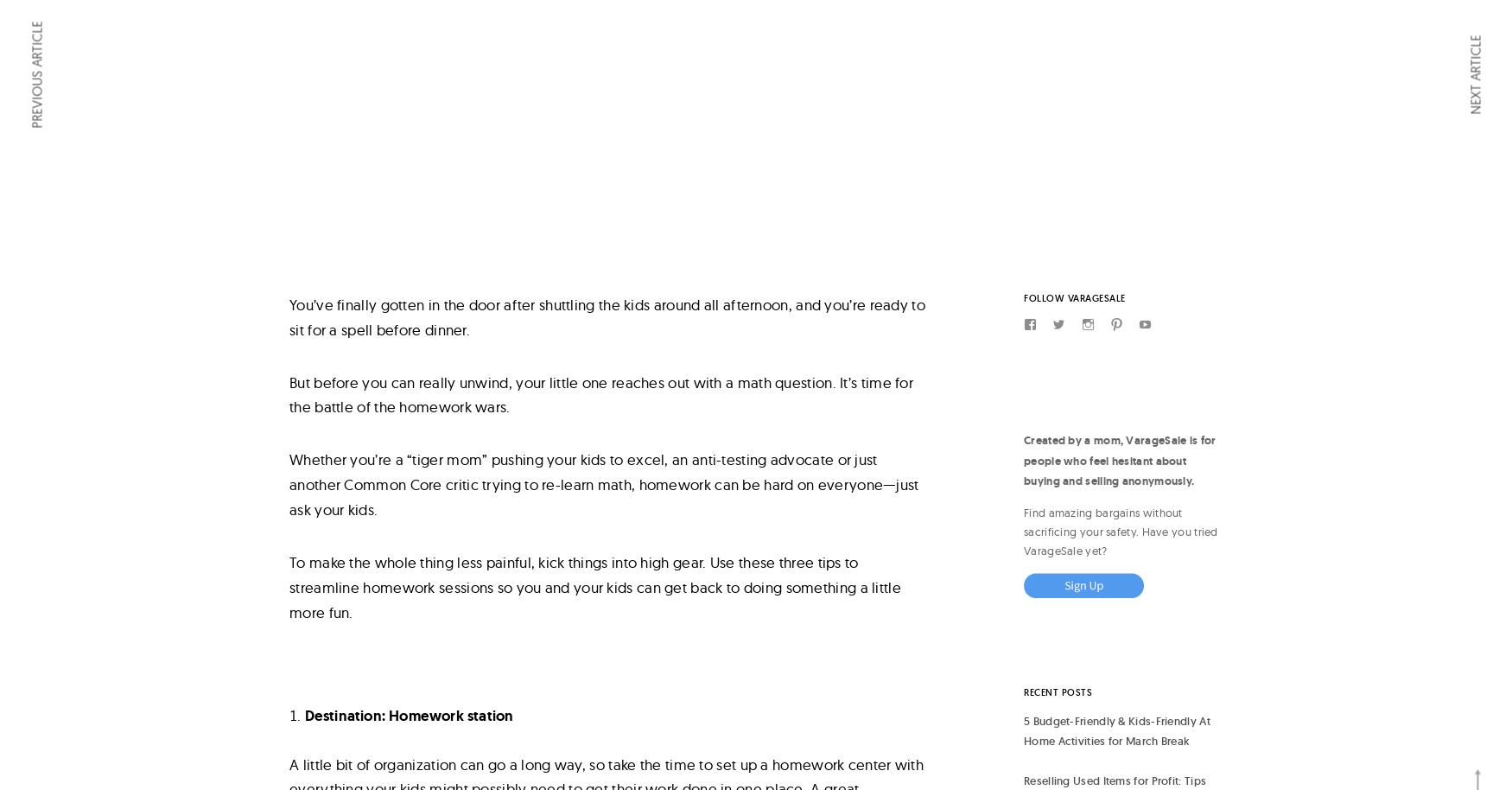  What do you see at coordinates (603, 484) in the screenshot?
I see `'Whether you’re a “tiger mom” pushing your kids to excel, an anti-testing advocate or just another Common Core critic trying to re-learn math, homework can be hard on everyone—just ask your kids.'` at bounding box center [603, 484].